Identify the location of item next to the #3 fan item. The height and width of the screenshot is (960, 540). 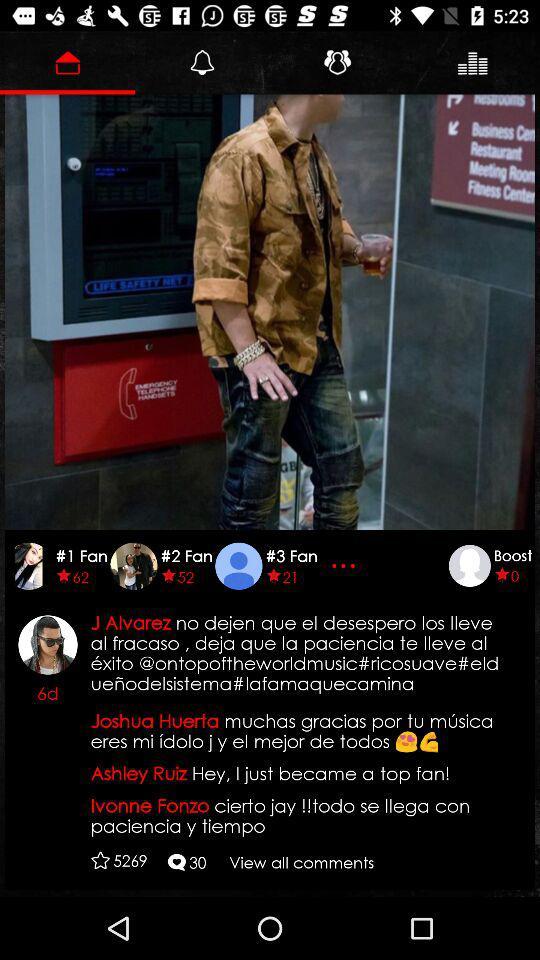
(345, 565).